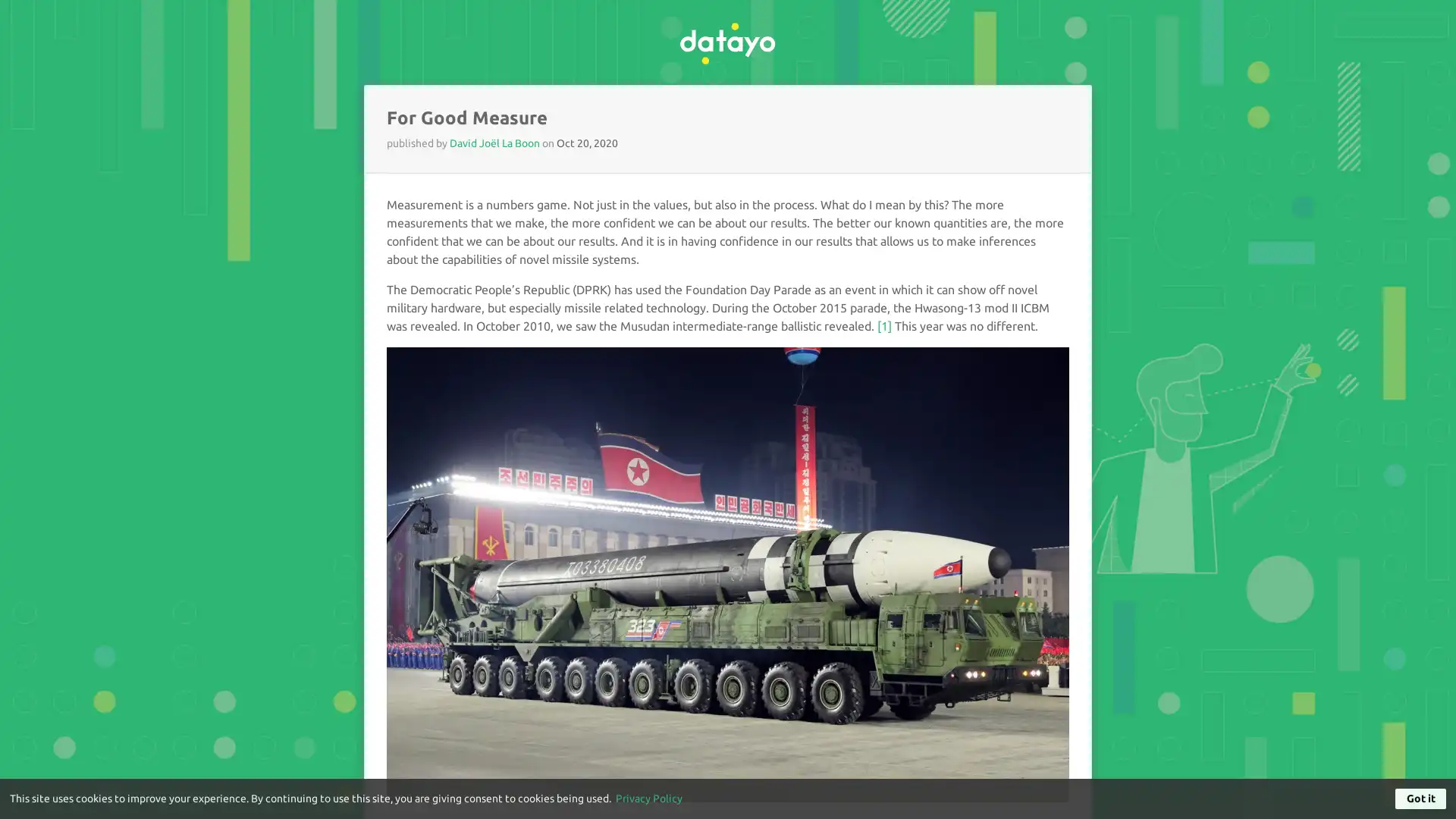 The image size is (1456, 819). Describe the element at coordinates (1420, 798) in the screenshot. I see `Got it` at that location.